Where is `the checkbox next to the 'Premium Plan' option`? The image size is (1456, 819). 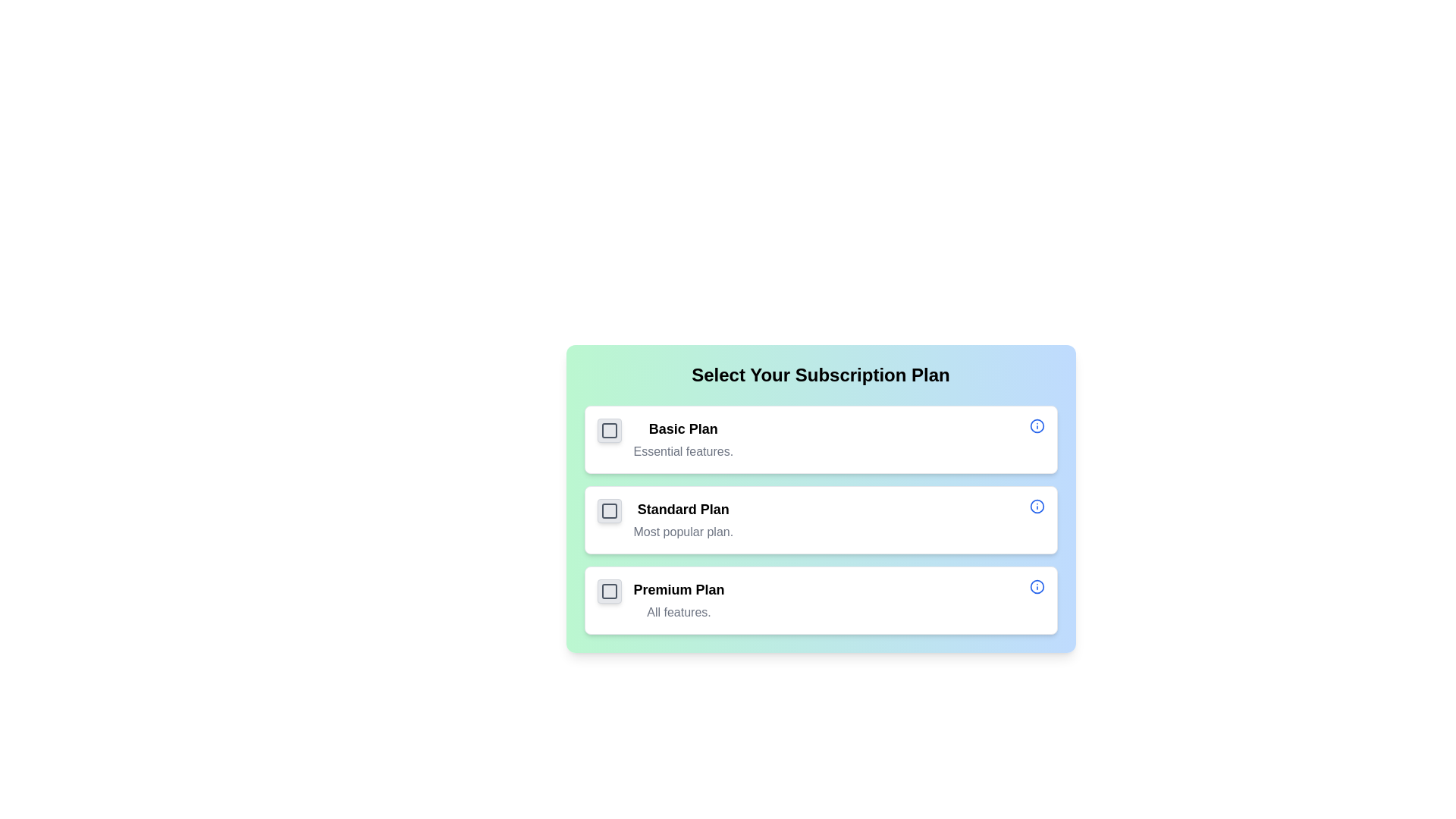 the checkbox next to the 'Premium Plan' option is located at coordinates (609, 590).